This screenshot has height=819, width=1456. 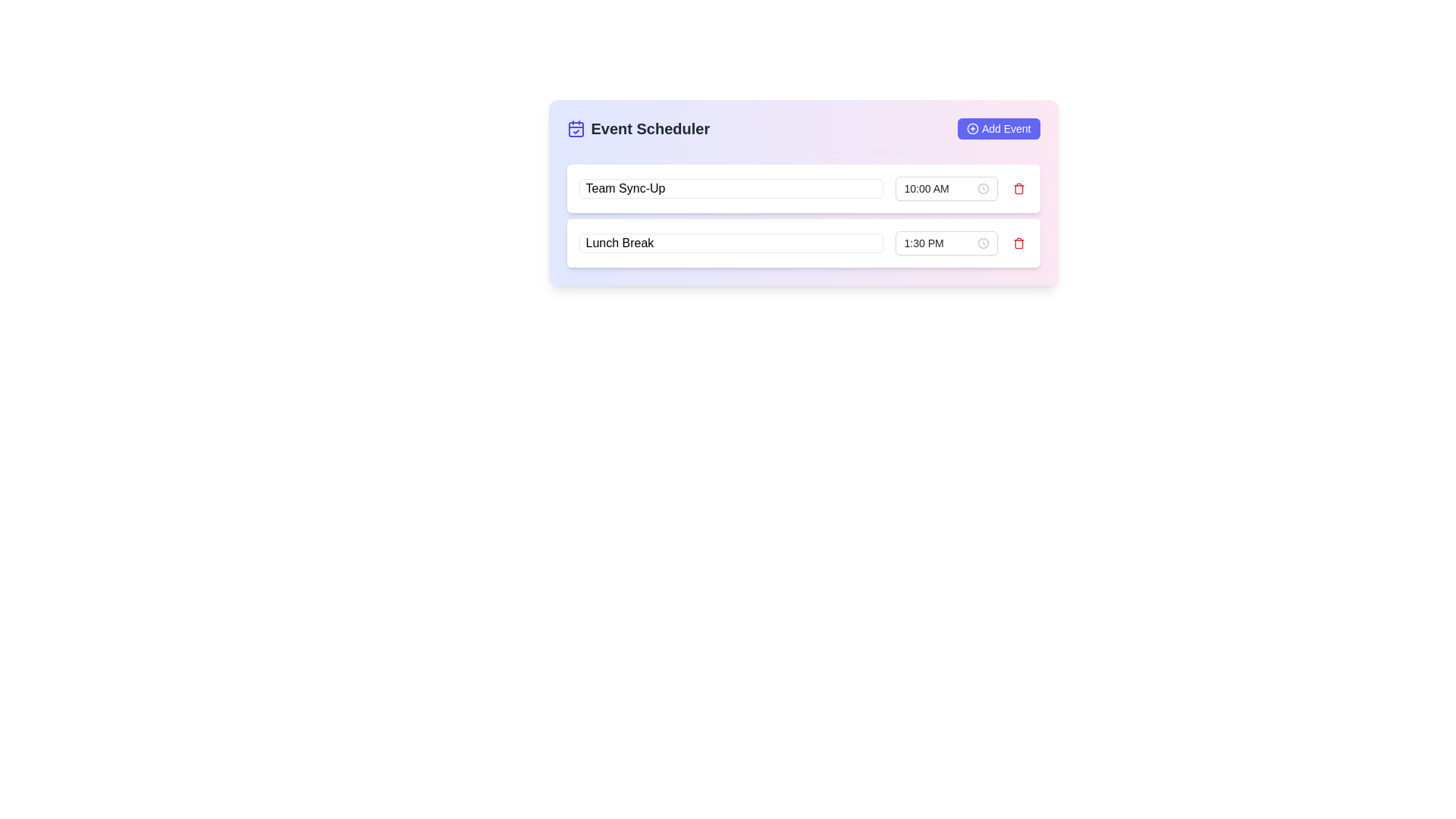 I want to click on a time using the time picker in the Composite UI Component for 'Lunch Break' located in the second row below 'Team Sync-Up', so click(x=802, y=242).